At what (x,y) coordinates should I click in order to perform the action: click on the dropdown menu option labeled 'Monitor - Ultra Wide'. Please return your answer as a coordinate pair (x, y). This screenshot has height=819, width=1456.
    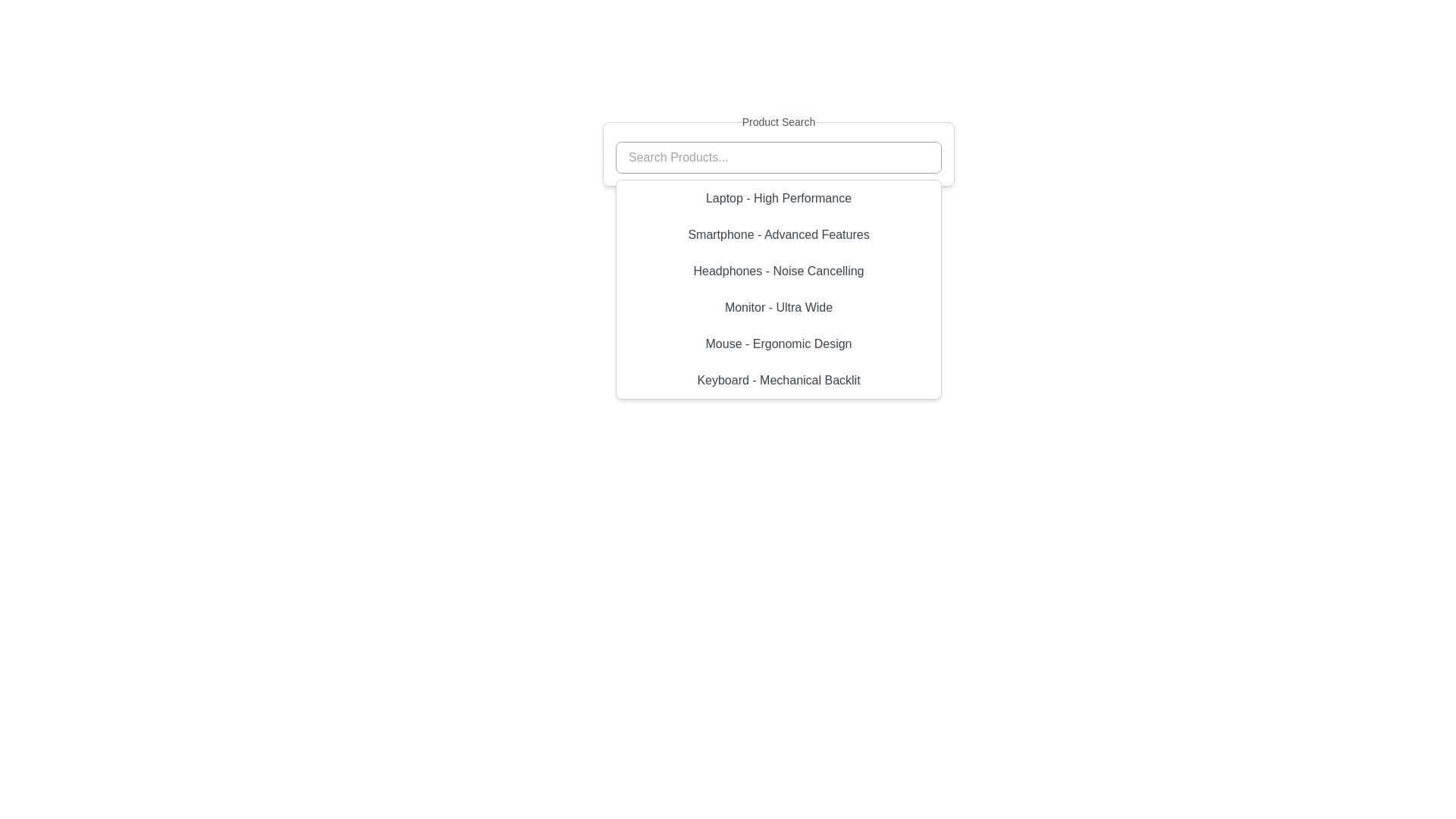
    Looking at the image, I should click on (779, 307).